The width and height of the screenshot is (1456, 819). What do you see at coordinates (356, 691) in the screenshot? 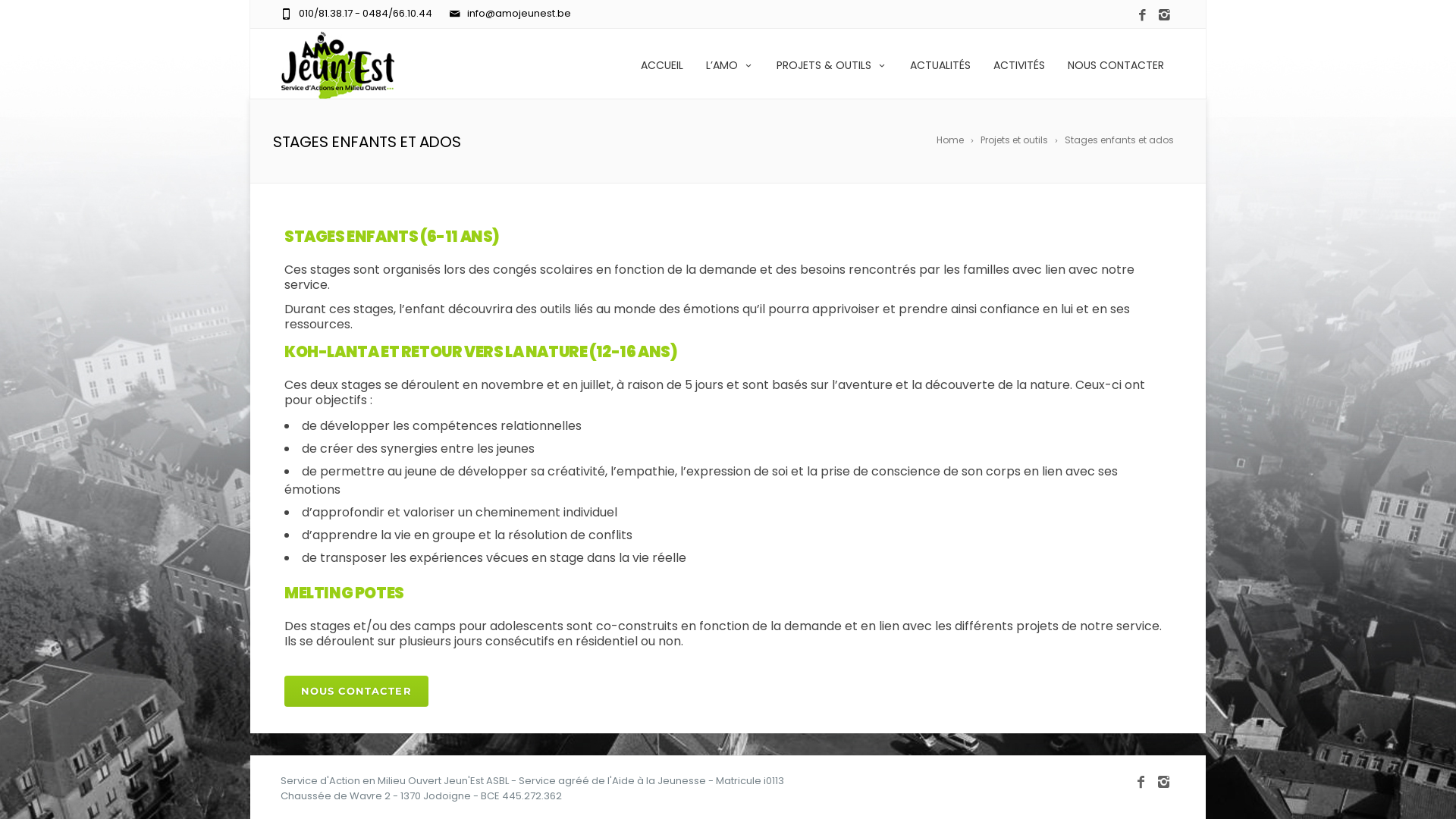
I see `'NOUS CONTACTER'` at bounding box center [356, 691].